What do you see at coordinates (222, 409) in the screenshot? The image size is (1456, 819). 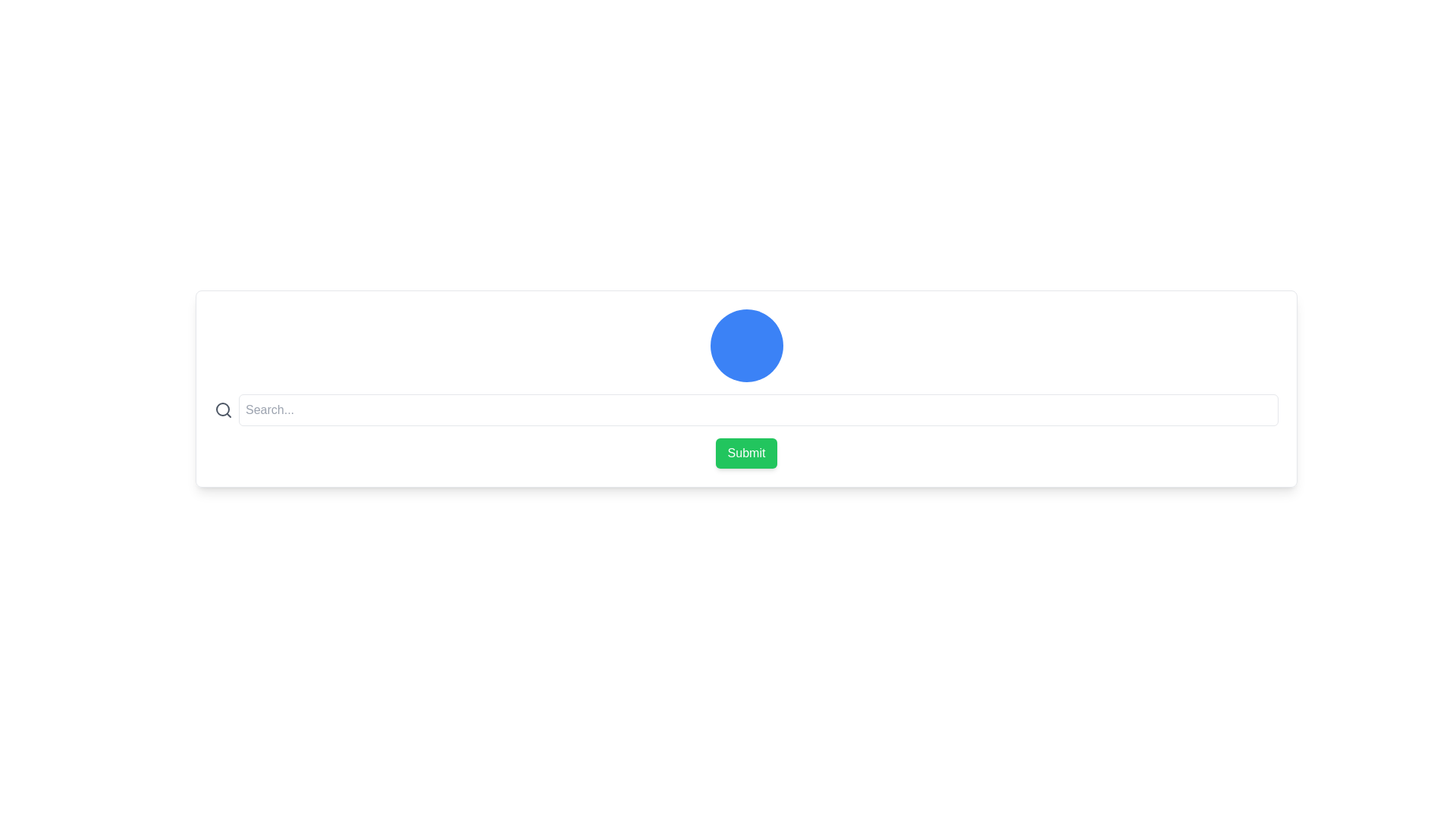 I see `the search icon located to the left of the text input field` at bounding box center [222, 409].